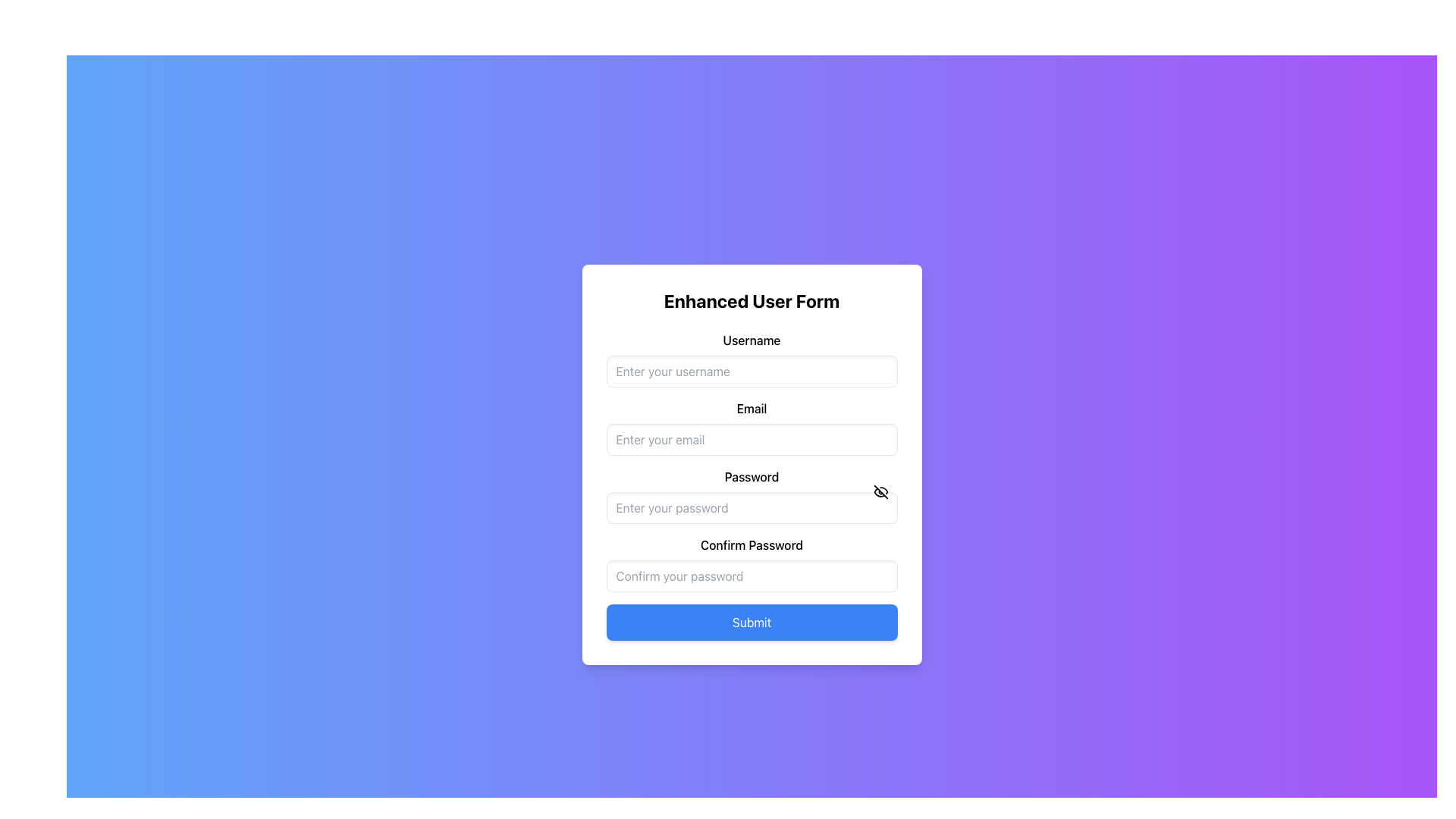 This screenshot has height=819, width=1456. Describe the element at coordinates (752, 475) in the screenshot. I see `the 'Password' label, which features bold black text on a white background, positioned above the password input field in the form section` at that location.